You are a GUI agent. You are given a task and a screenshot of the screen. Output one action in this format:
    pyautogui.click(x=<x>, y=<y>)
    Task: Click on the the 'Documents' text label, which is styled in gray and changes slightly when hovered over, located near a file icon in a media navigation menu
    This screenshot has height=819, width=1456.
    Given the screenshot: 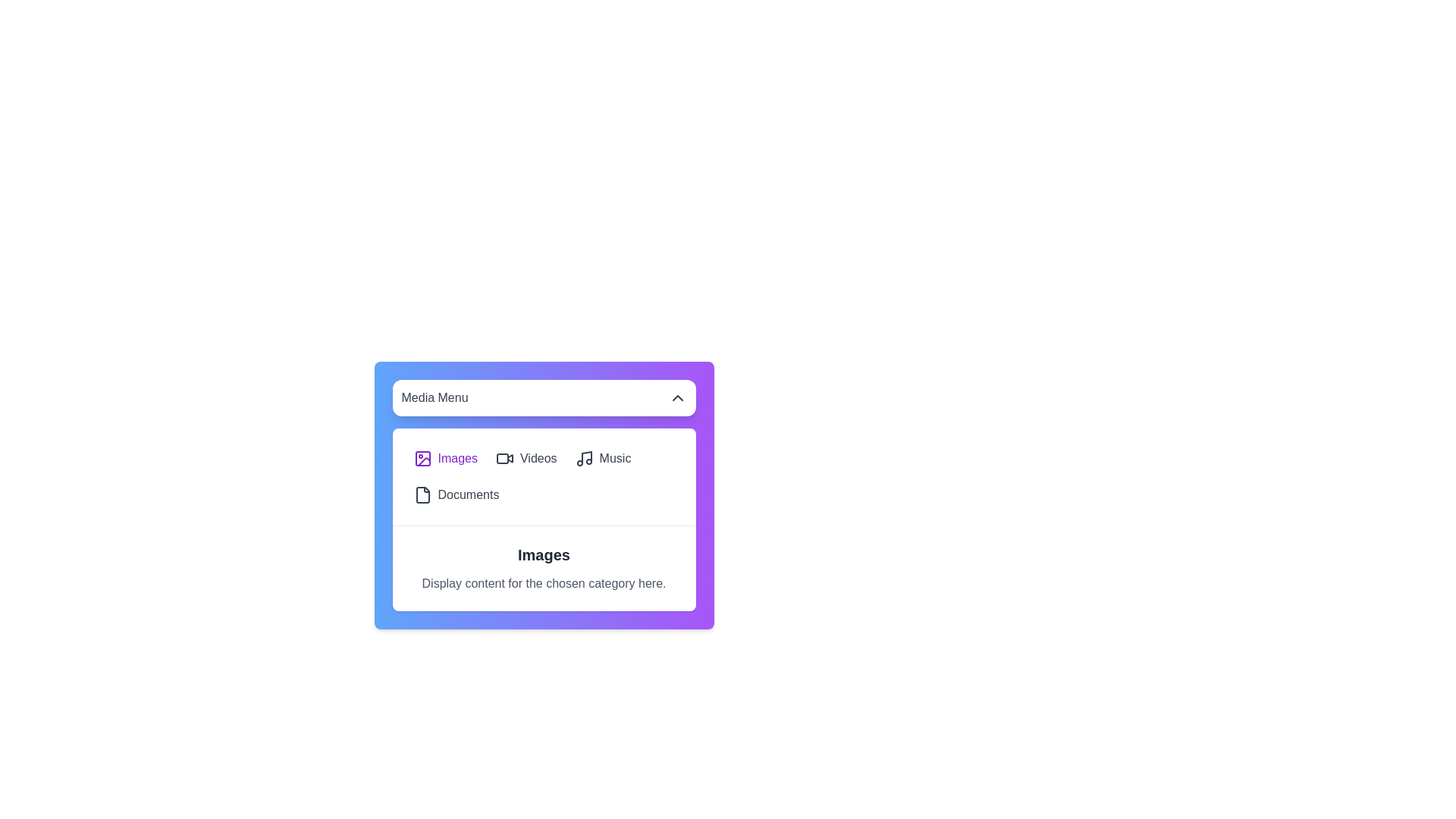 What is the action you would take?
    pyautogui.click(x=468, y=494)
    